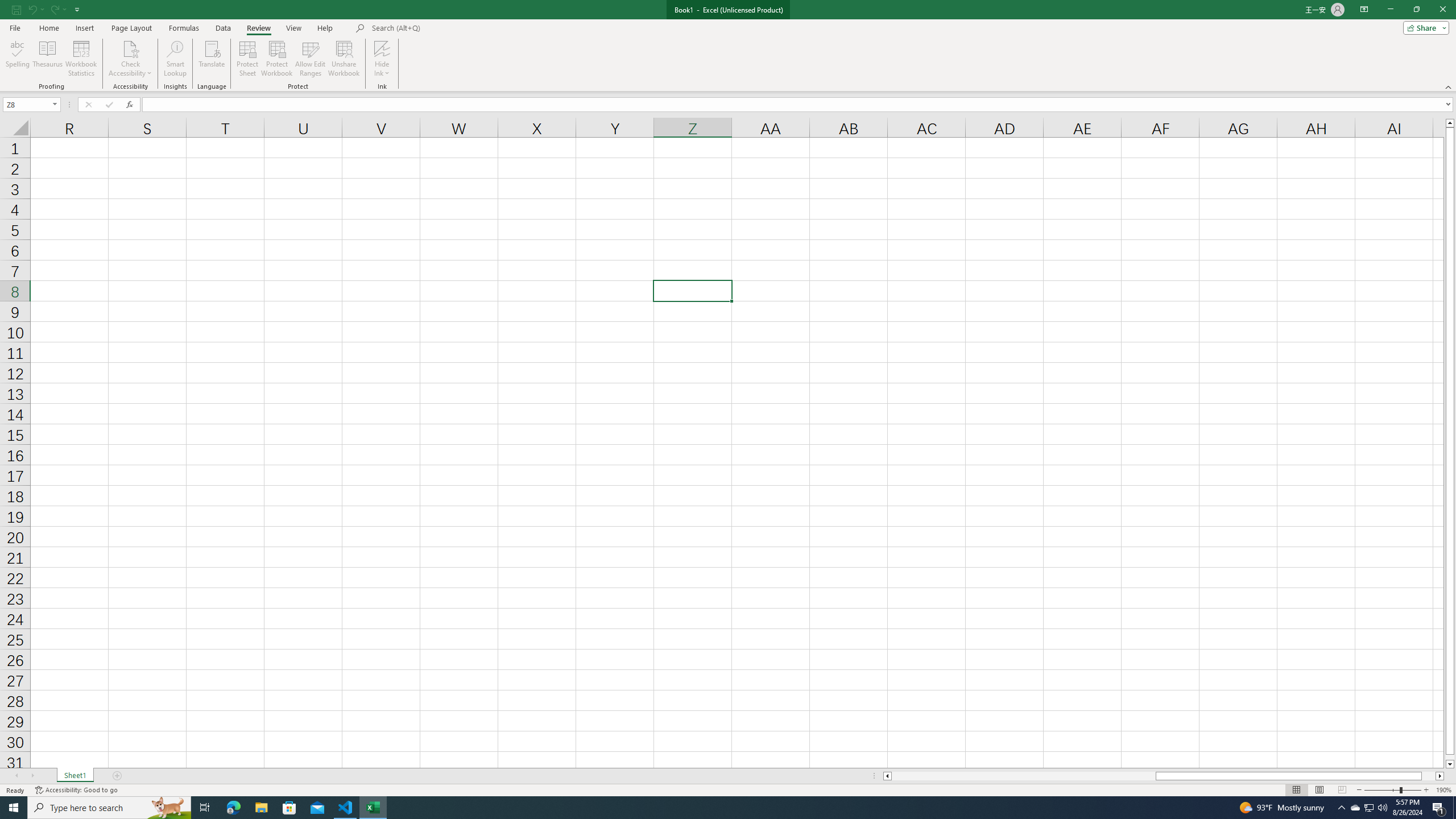  I want to click on 'Unshare Workbook', so click(344, 59).